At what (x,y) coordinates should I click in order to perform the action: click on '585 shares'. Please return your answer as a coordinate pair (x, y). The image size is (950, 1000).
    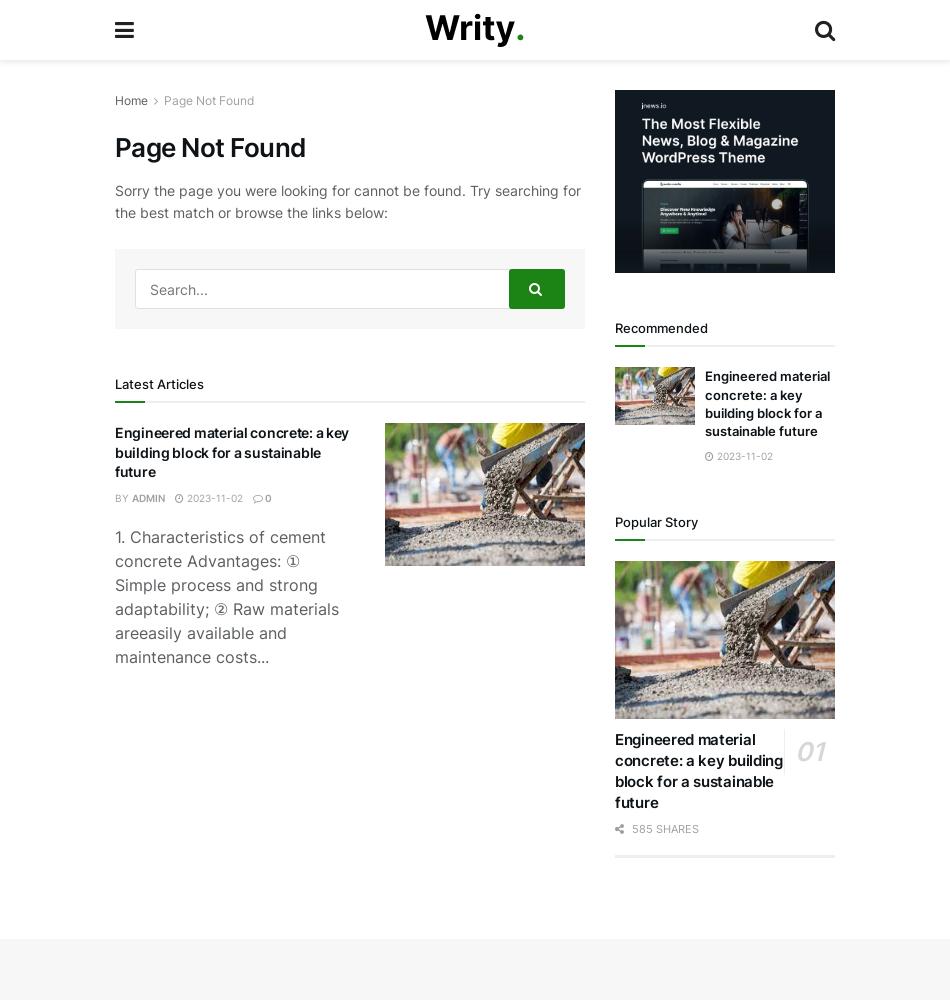
    Looking at the image, I should click on (663, 827).